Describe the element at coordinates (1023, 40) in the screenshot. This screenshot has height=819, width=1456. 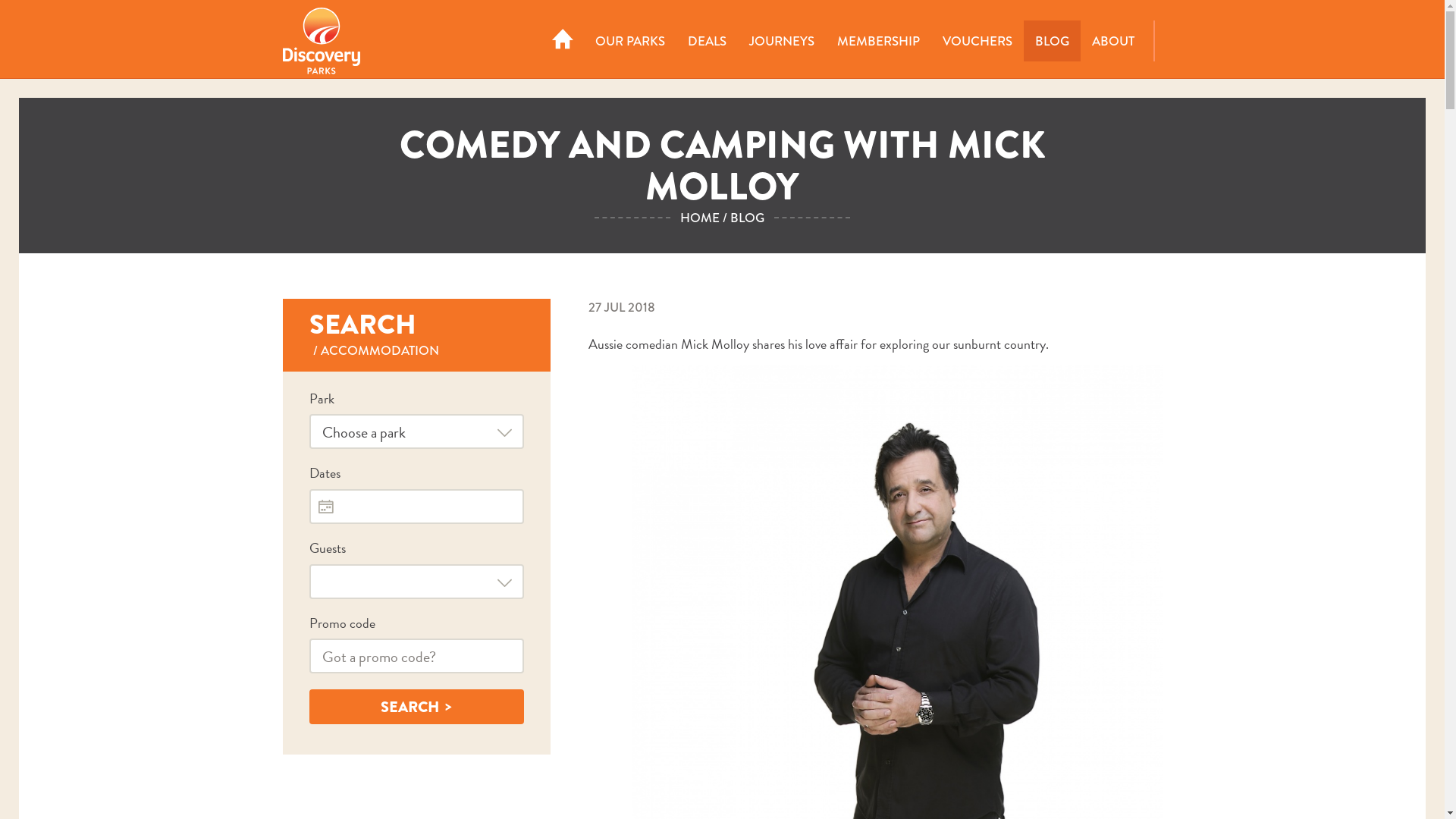
I see `'BLOG'` at that location.